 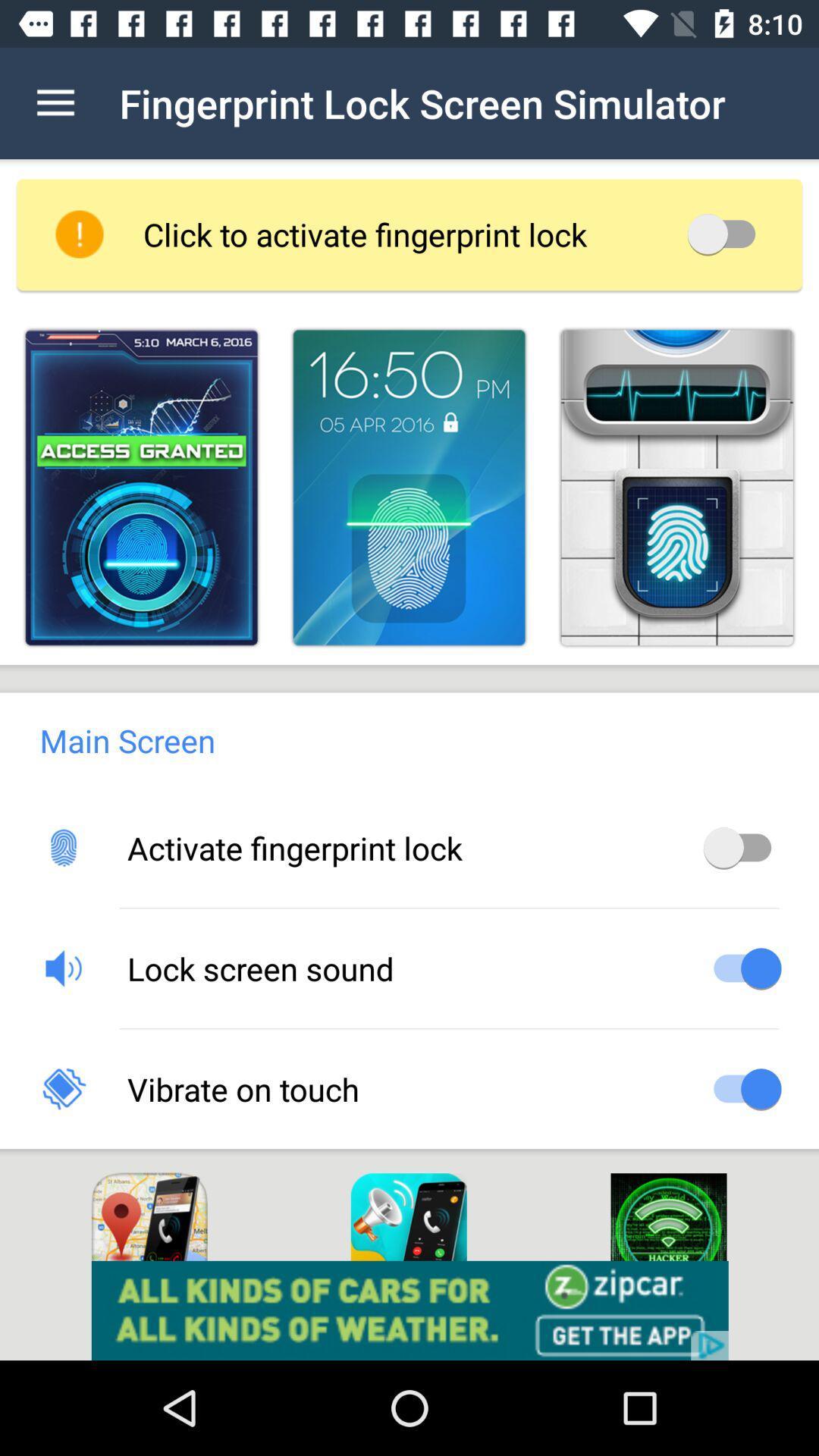 I want to click on changes theme, so click(x=676, y=488).